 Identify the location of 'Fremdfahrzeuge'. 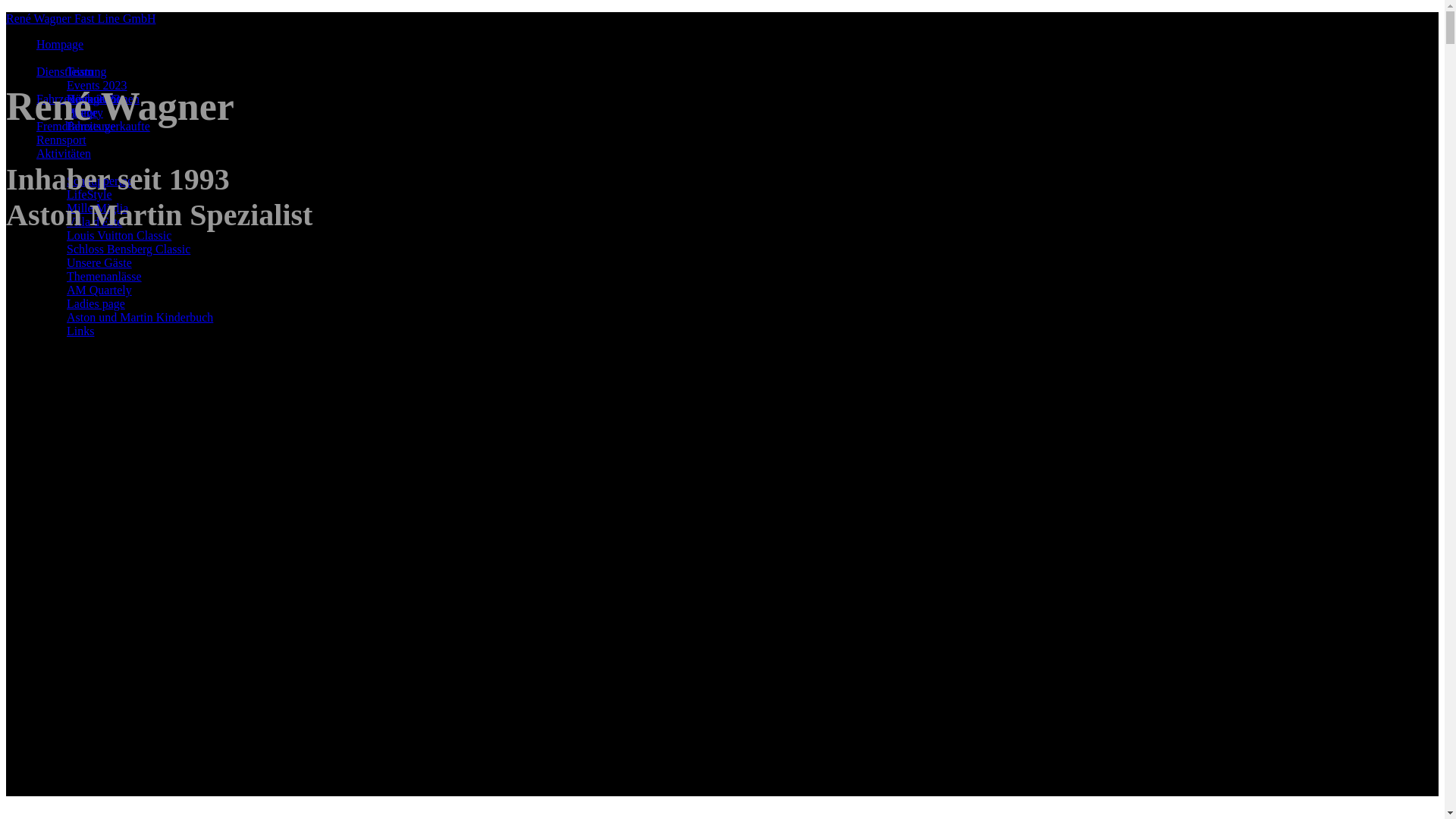
(75, 125).